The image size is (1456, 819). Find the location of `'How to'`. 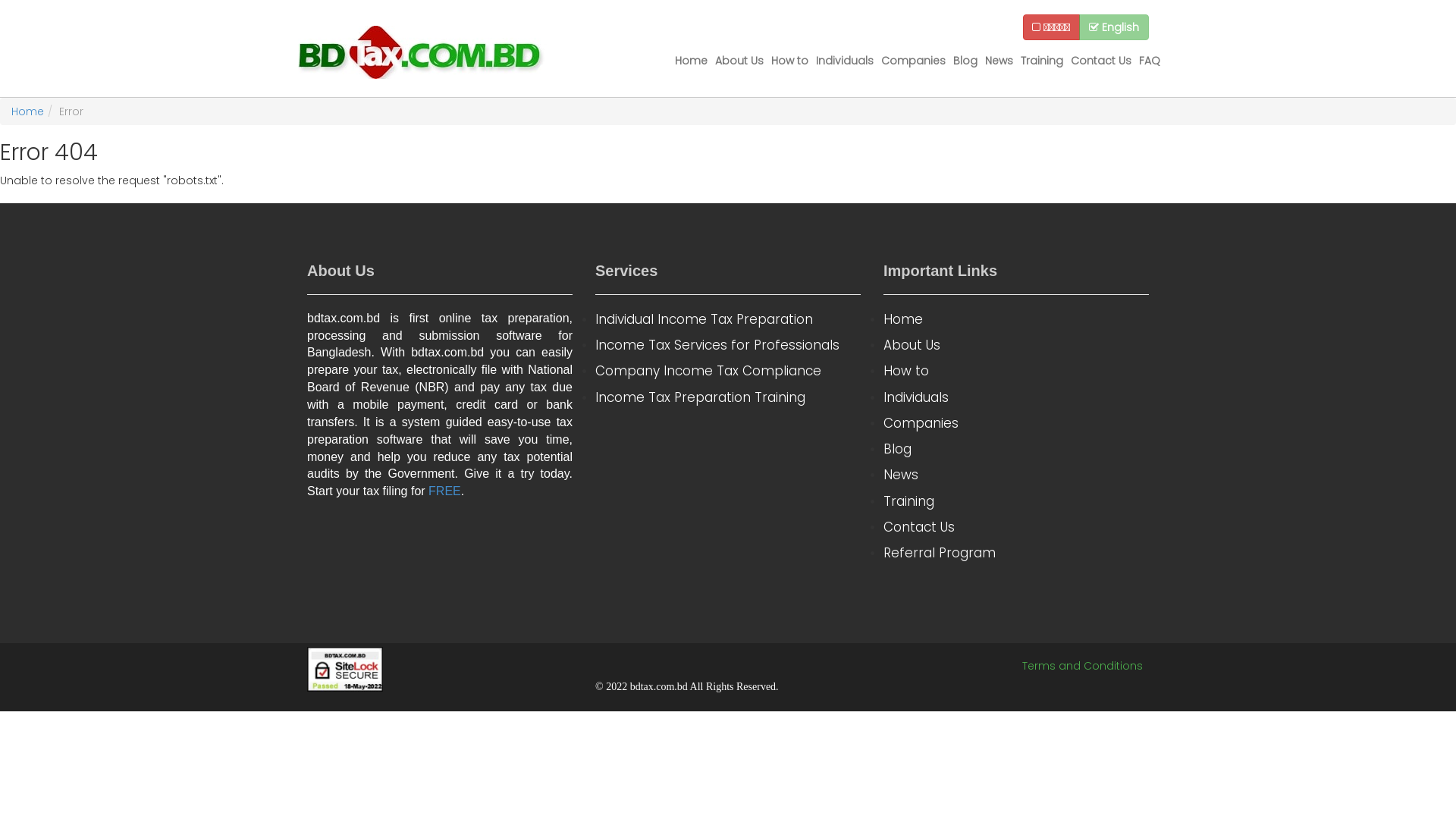

'How to' is located at coordinates (883, 371).